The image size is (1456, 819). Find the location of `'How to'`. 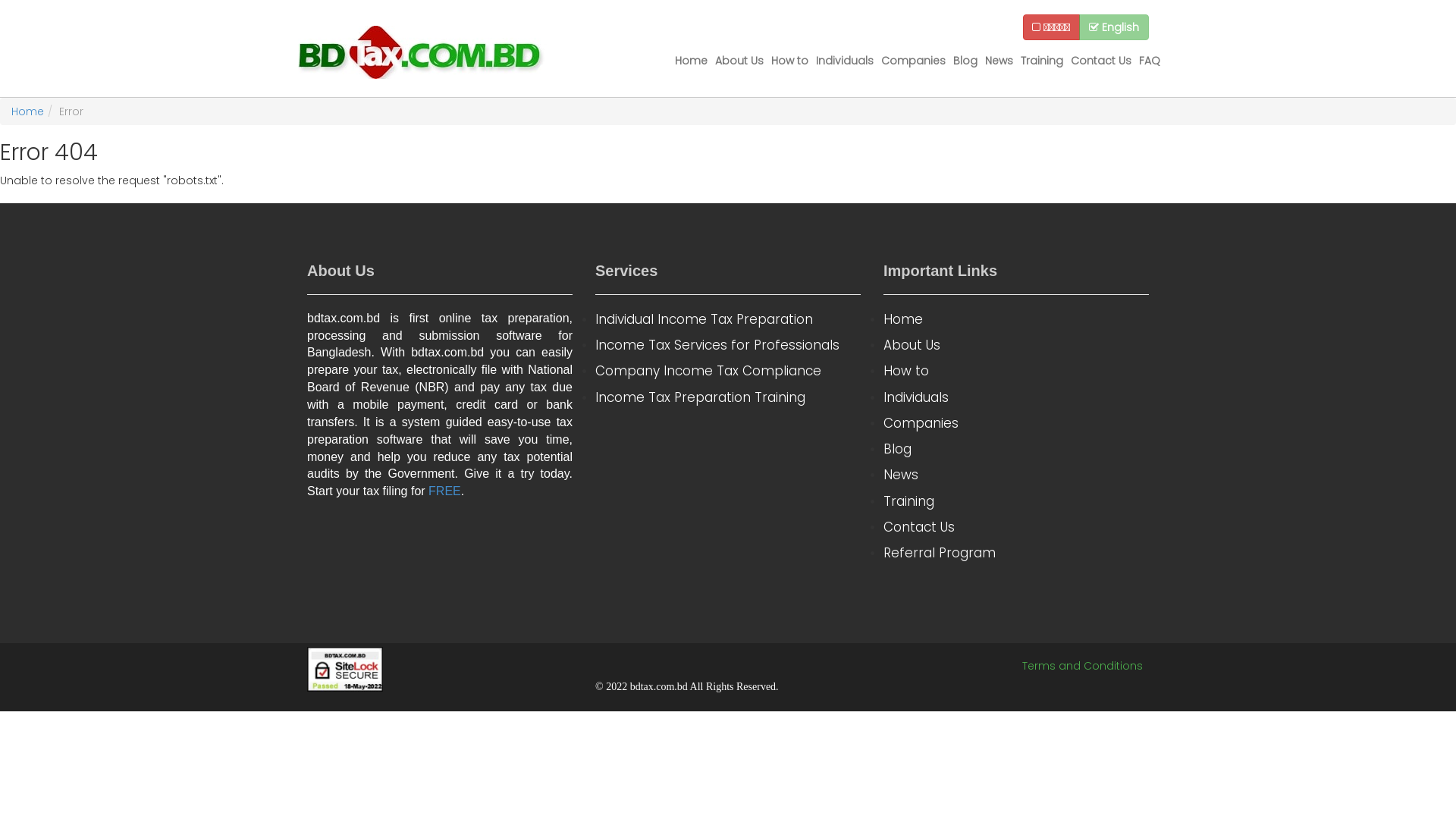

'How to' is located at coordinates (883, 371).